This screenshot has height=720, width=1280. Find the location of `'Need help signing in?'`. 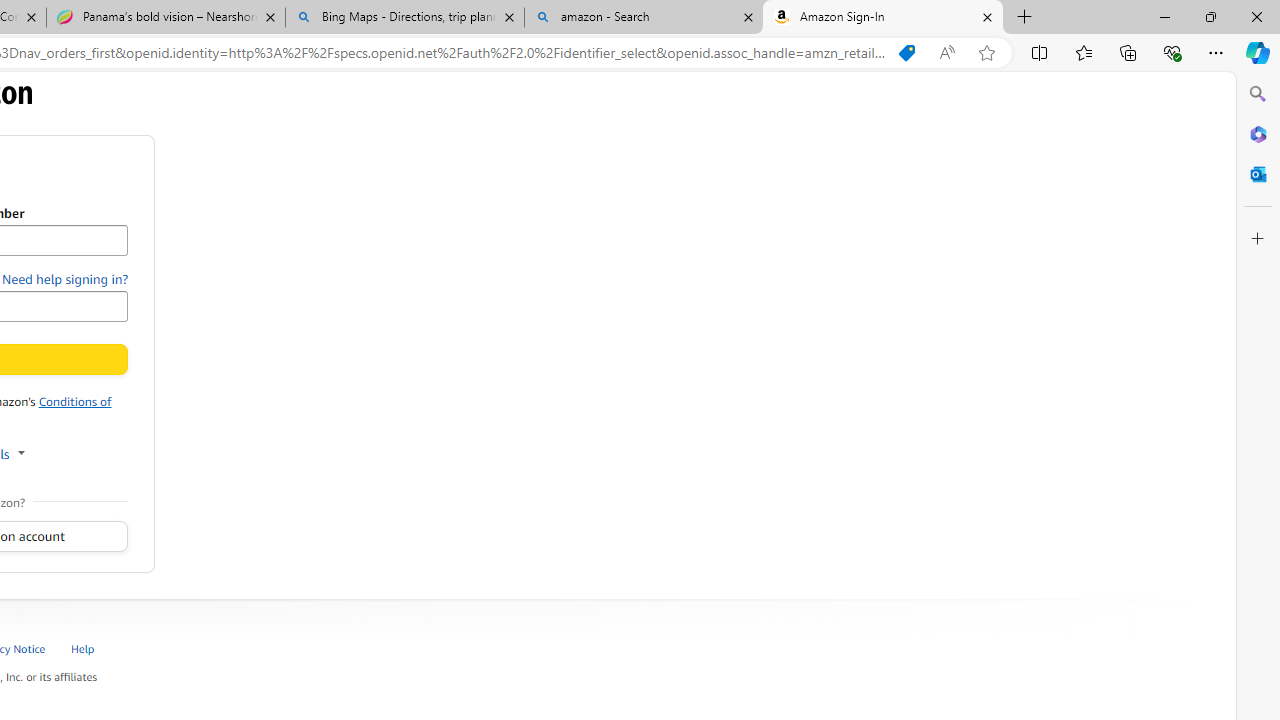

'Need help signing in?' is located at coordinates (65, 279).